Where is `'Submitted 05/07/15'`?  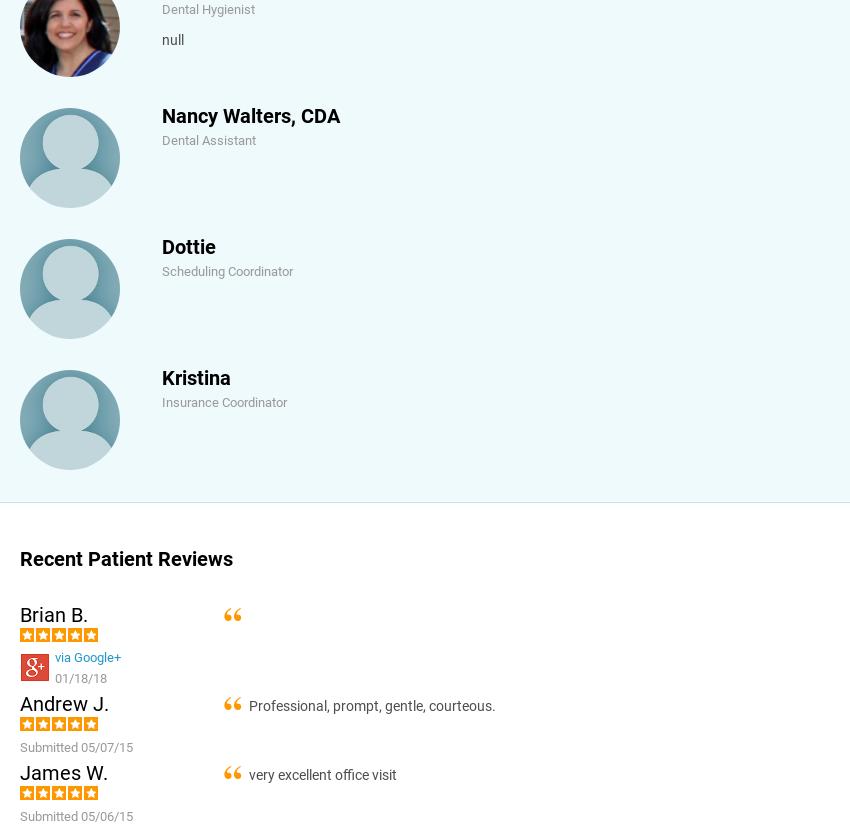
'Submitted 05/07/15' is located at coordinates (76, 746).